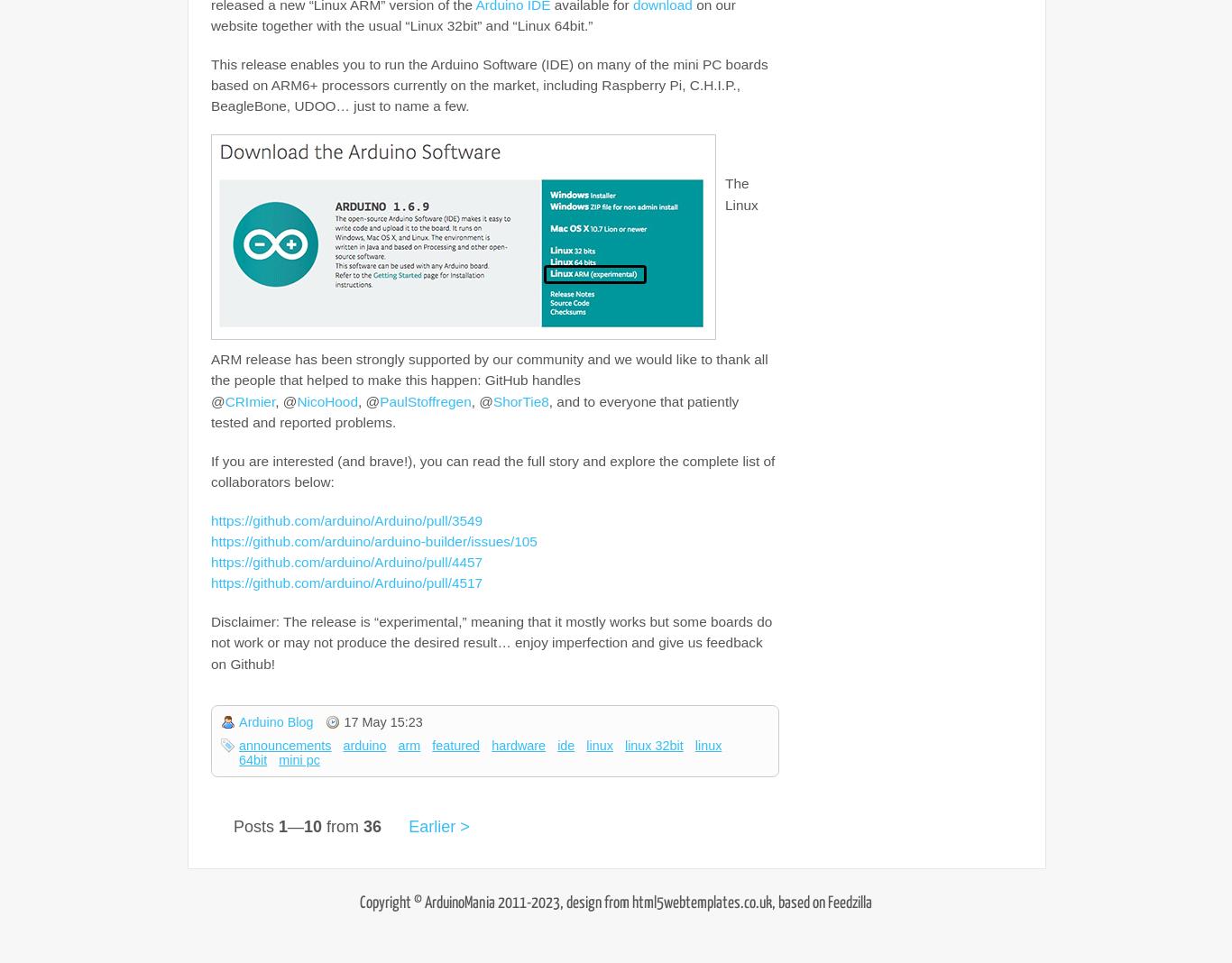 This screenshot has height=963, width=1232. Describe the element at coordinates (517, 744) in the screenshot. I see `'hardware'` at that location.